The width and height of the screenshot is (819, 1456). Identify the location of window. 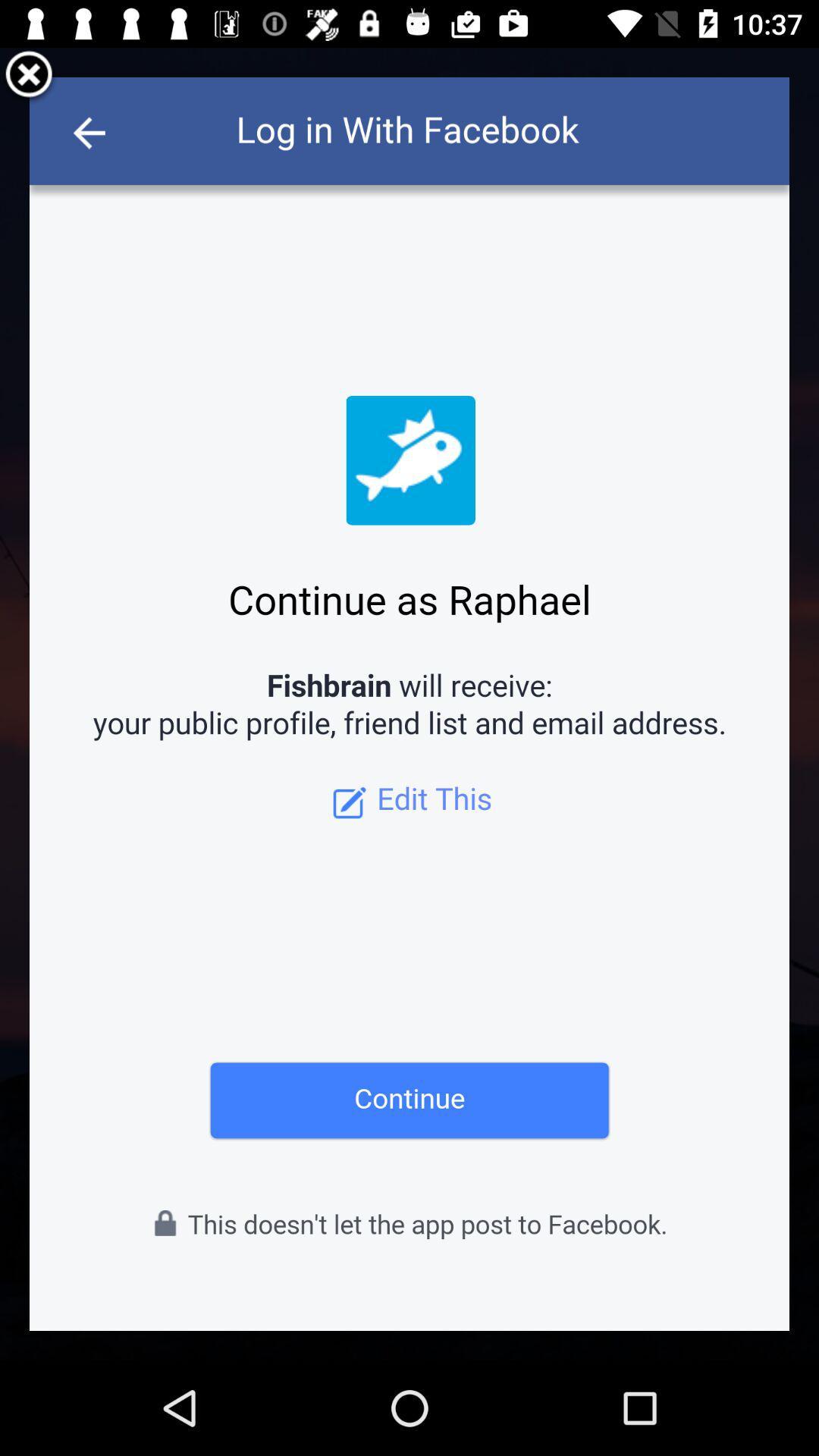
(29, 76).